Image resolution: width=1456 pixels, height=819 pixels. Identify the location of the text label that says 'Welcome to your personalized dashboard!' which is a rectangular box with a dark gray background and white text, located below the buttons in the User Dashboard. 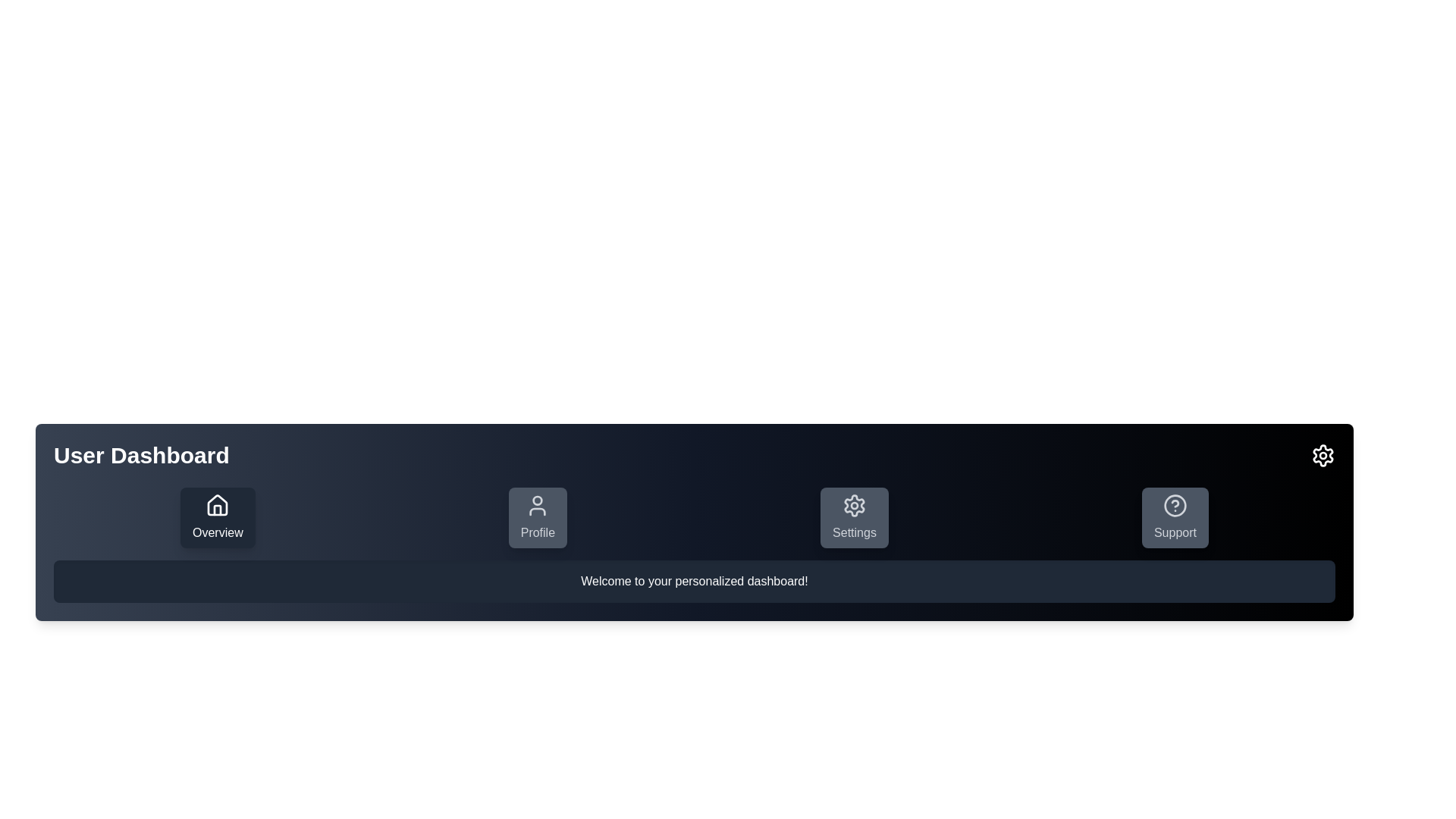
(694, 581).